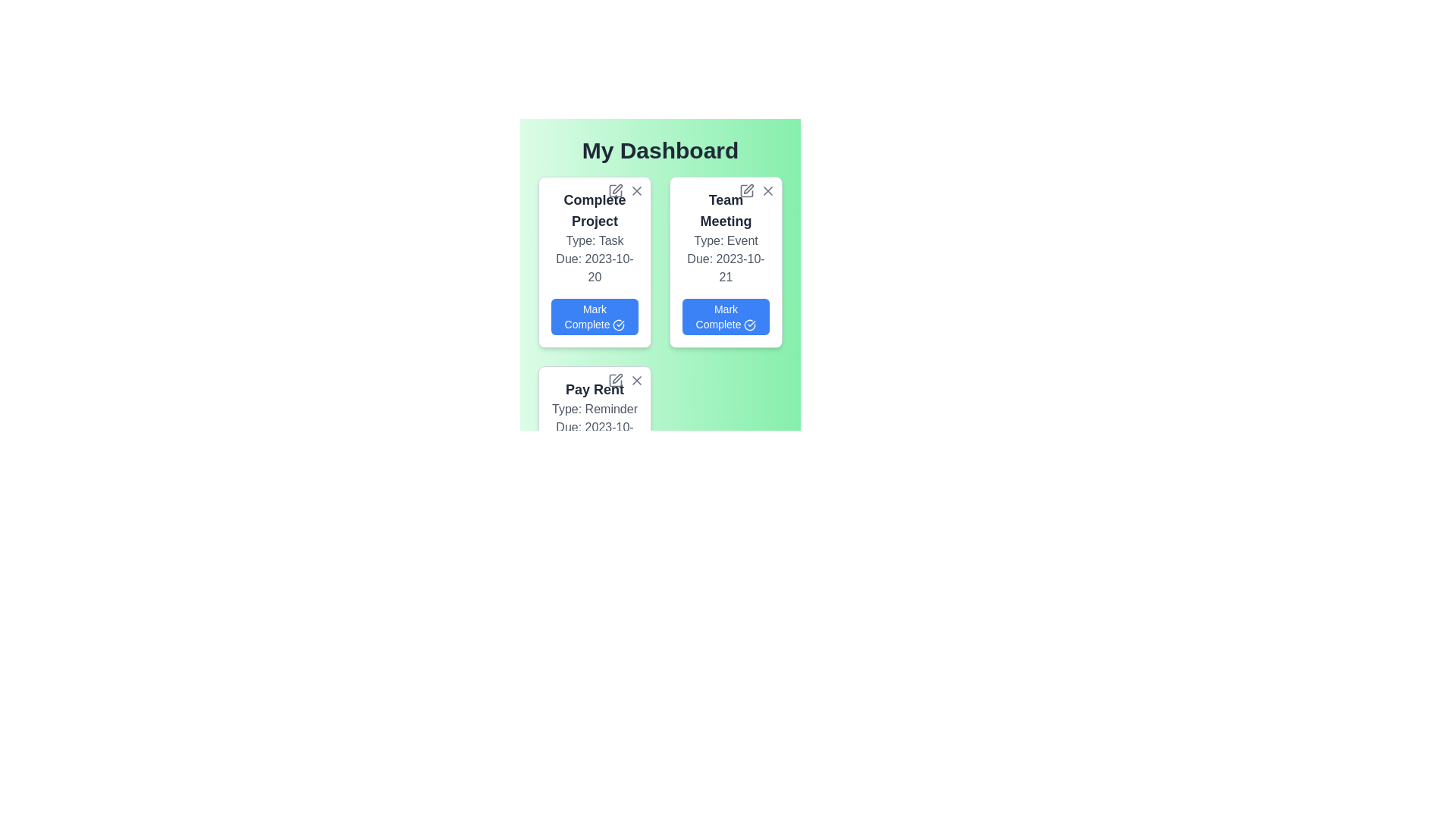 Image resolution: width=1456 pixels, height=819 pixels. What do you see at coordinates (615, 379) in the screenshot?
I see `the edit icon button located at the top-right of the 'Pay Rent' card to observe a color change` at bounding box center [615, 379].